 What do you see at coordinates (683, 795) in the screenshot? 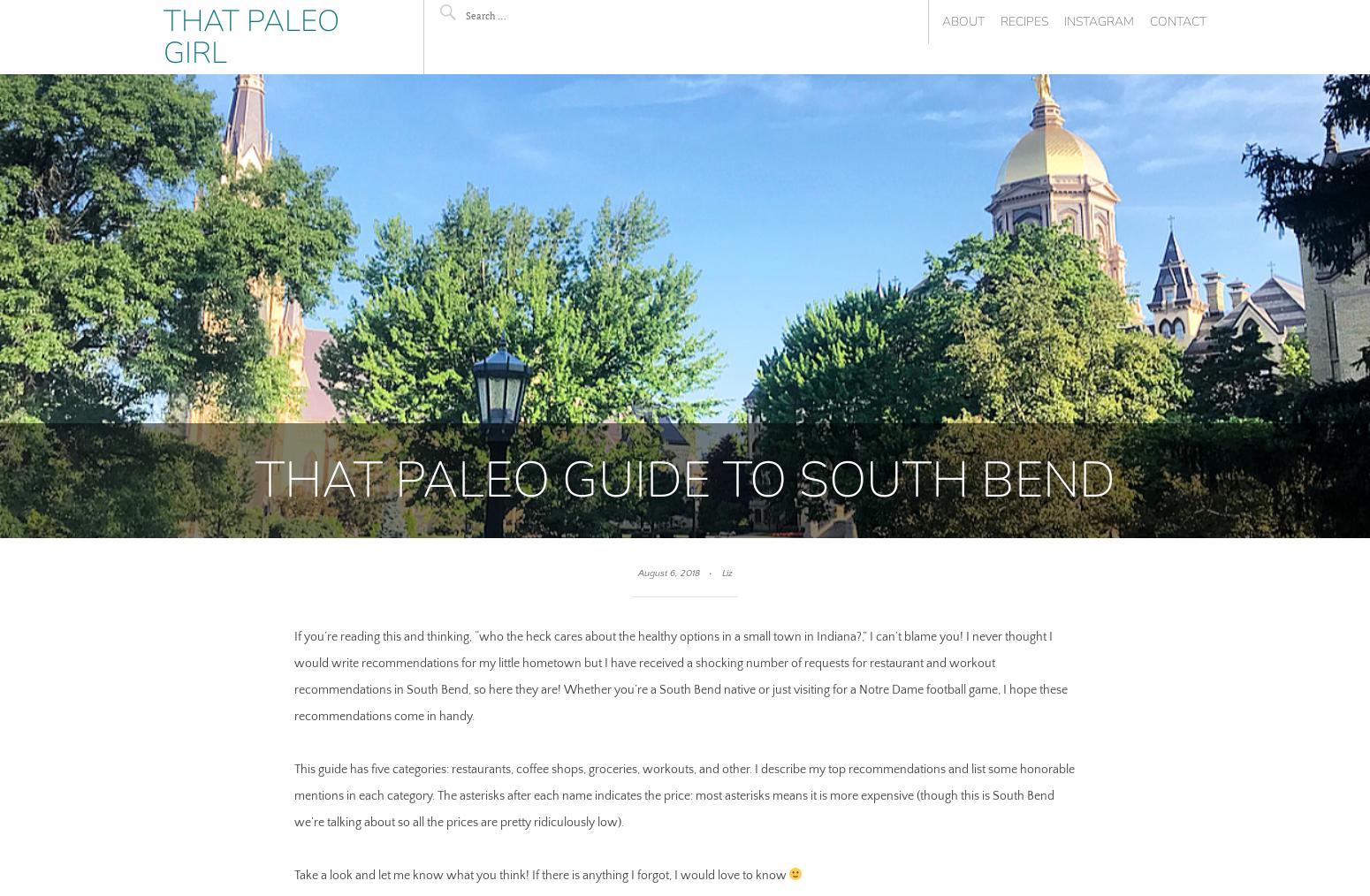
I see `'This guide has five categories: restaurants, coffee shops, groceries, workouts, and other. I describe my top recommendations and list some honorable mentions in each category. The asterisks after each name indicates the price: most asterisks means it is more expensive (though this is South Bend we’re talking about so all the prices are pretty ridiculously low).'` at bounding box center [683, 795].